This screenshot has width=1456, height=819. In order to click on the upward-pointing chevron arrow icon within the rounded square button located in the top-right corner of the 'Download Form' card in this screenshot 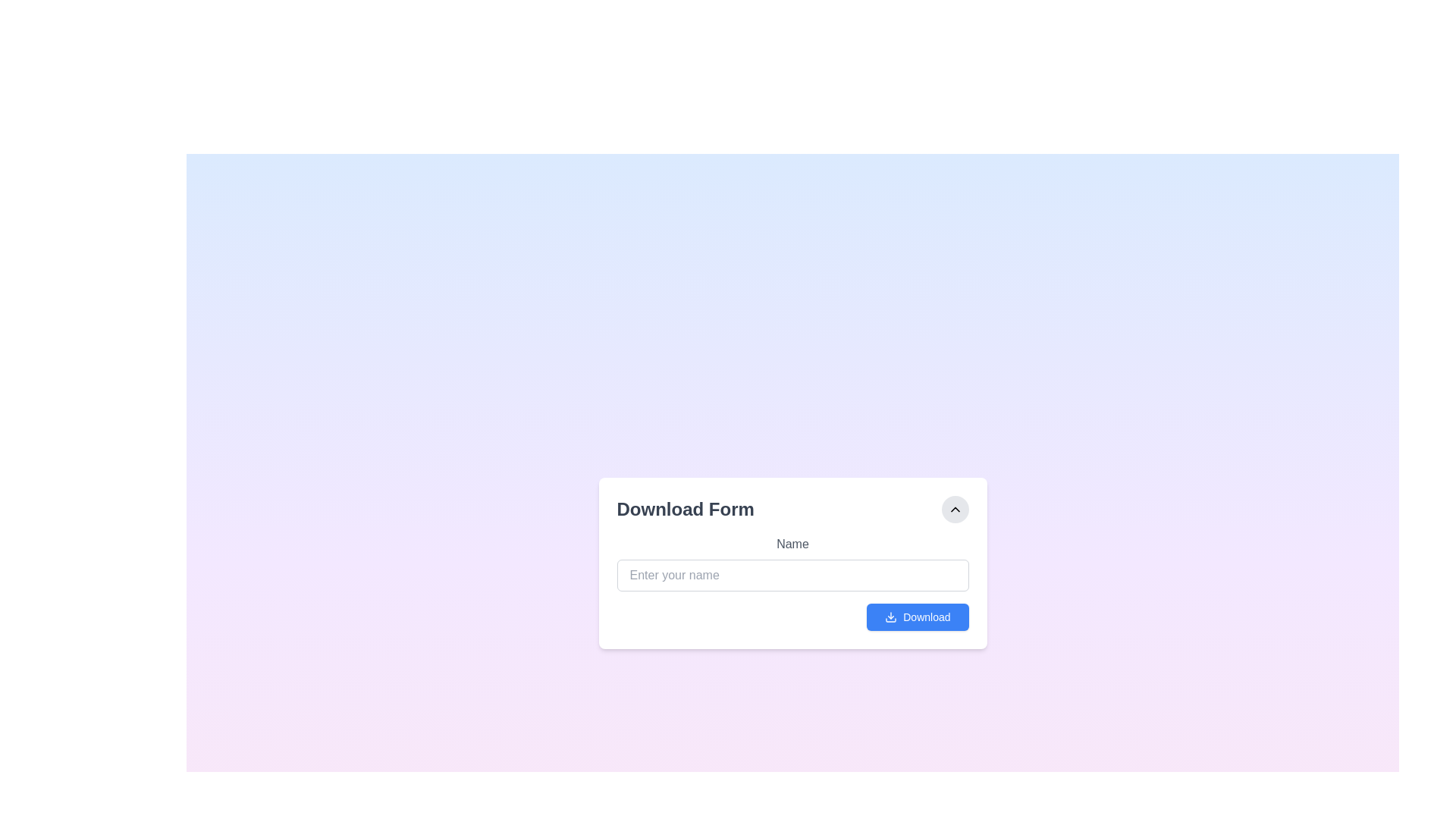, I will do `click(954, 509)`.